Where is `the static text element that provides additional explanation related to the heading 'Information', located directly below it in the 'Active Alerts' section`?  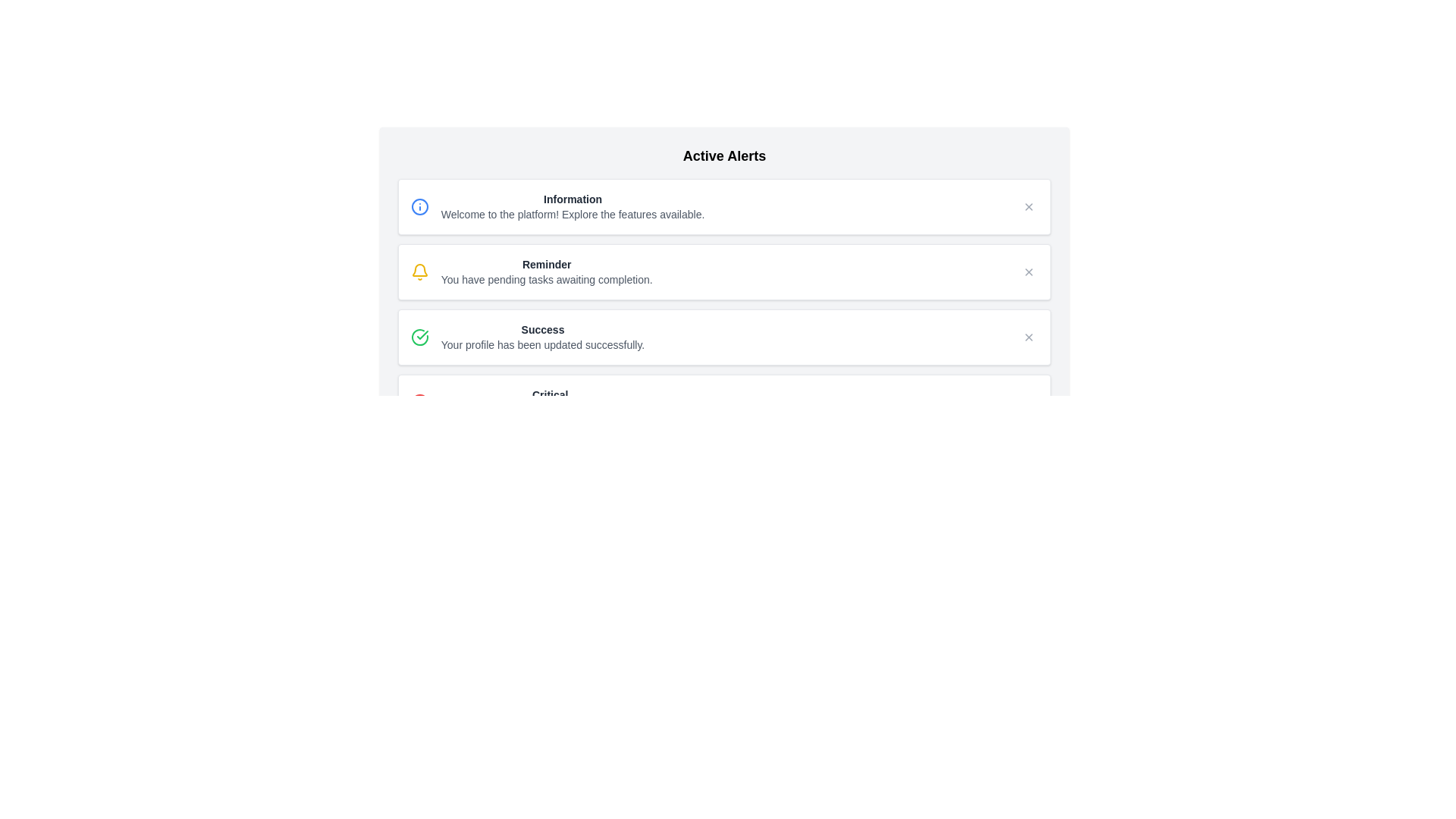 the static text element that provides additional explanation related to the heading 'Information', located directly below it in the 'Active Alerts' section is located at coordinates (572, 214).